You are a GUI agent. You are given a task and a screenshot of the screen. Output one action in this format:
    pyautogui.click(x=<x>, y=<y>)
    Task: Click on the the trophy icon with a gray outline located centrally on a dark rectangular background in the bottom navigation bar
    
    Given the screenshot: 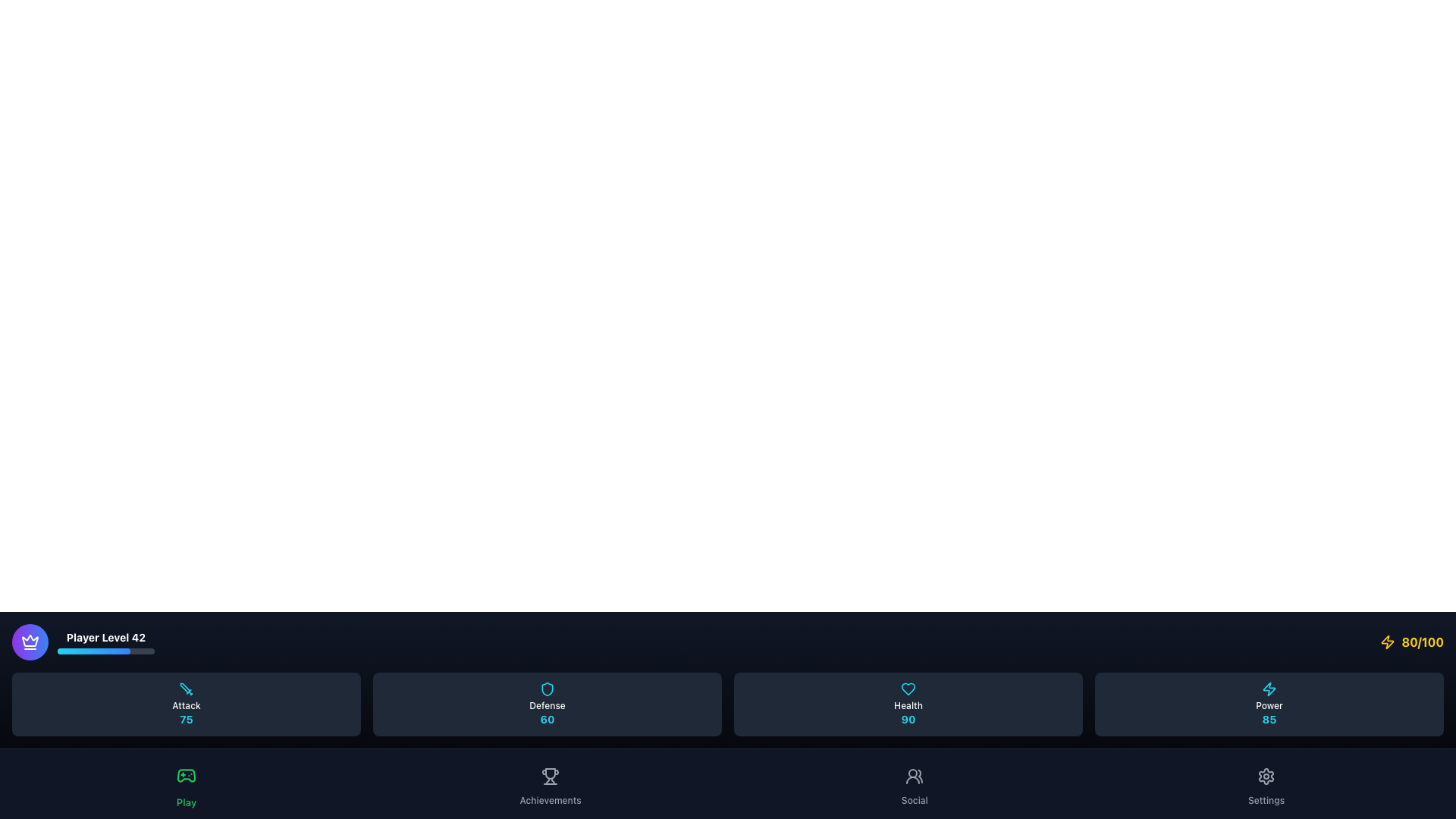 What is the action you would take?
    pyautogui.click(x=550, y=776)
    